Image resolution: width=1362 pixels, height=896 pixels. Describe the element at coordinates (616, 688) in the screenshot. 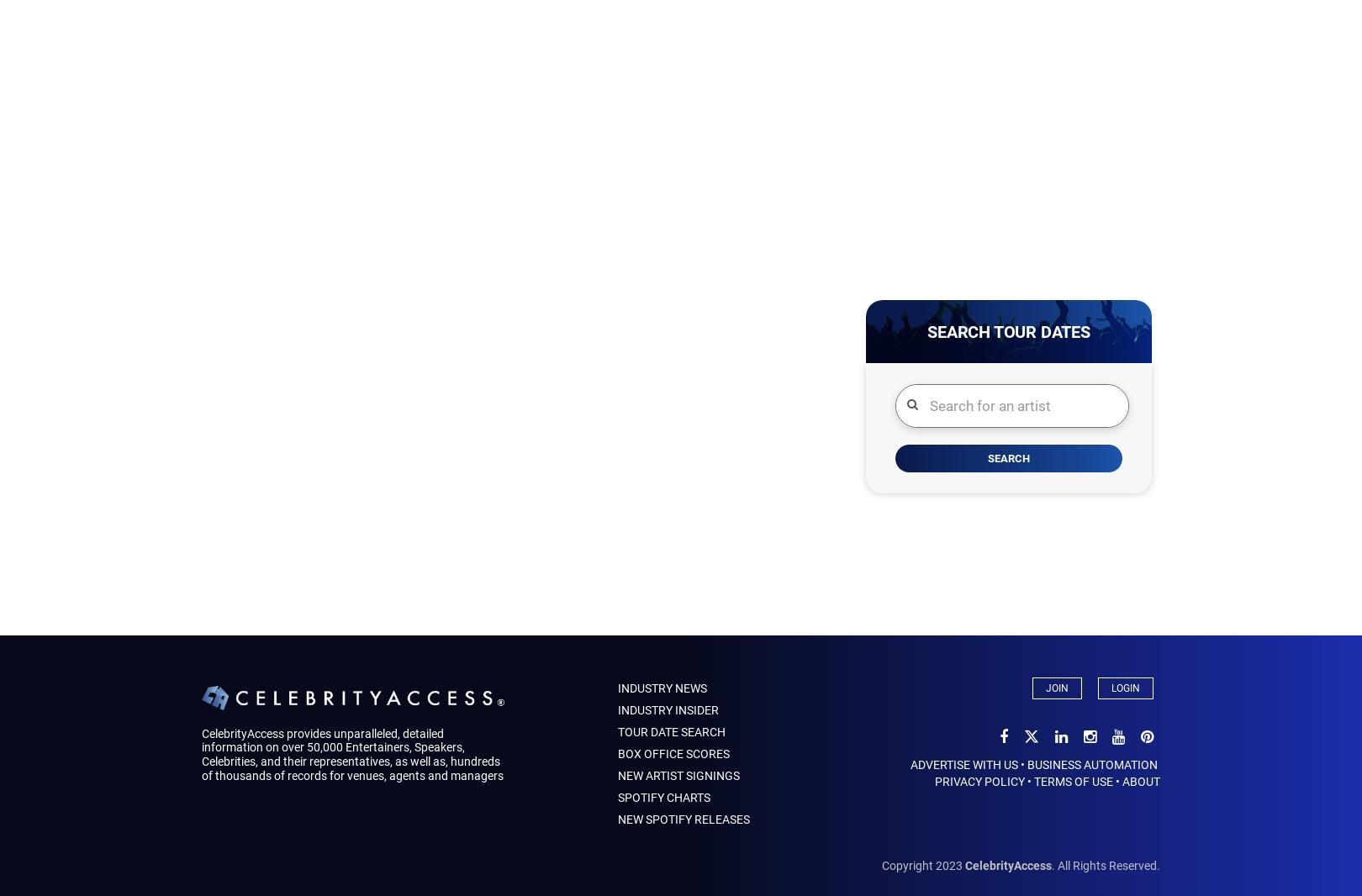

I see `'Industry News'` at that location.